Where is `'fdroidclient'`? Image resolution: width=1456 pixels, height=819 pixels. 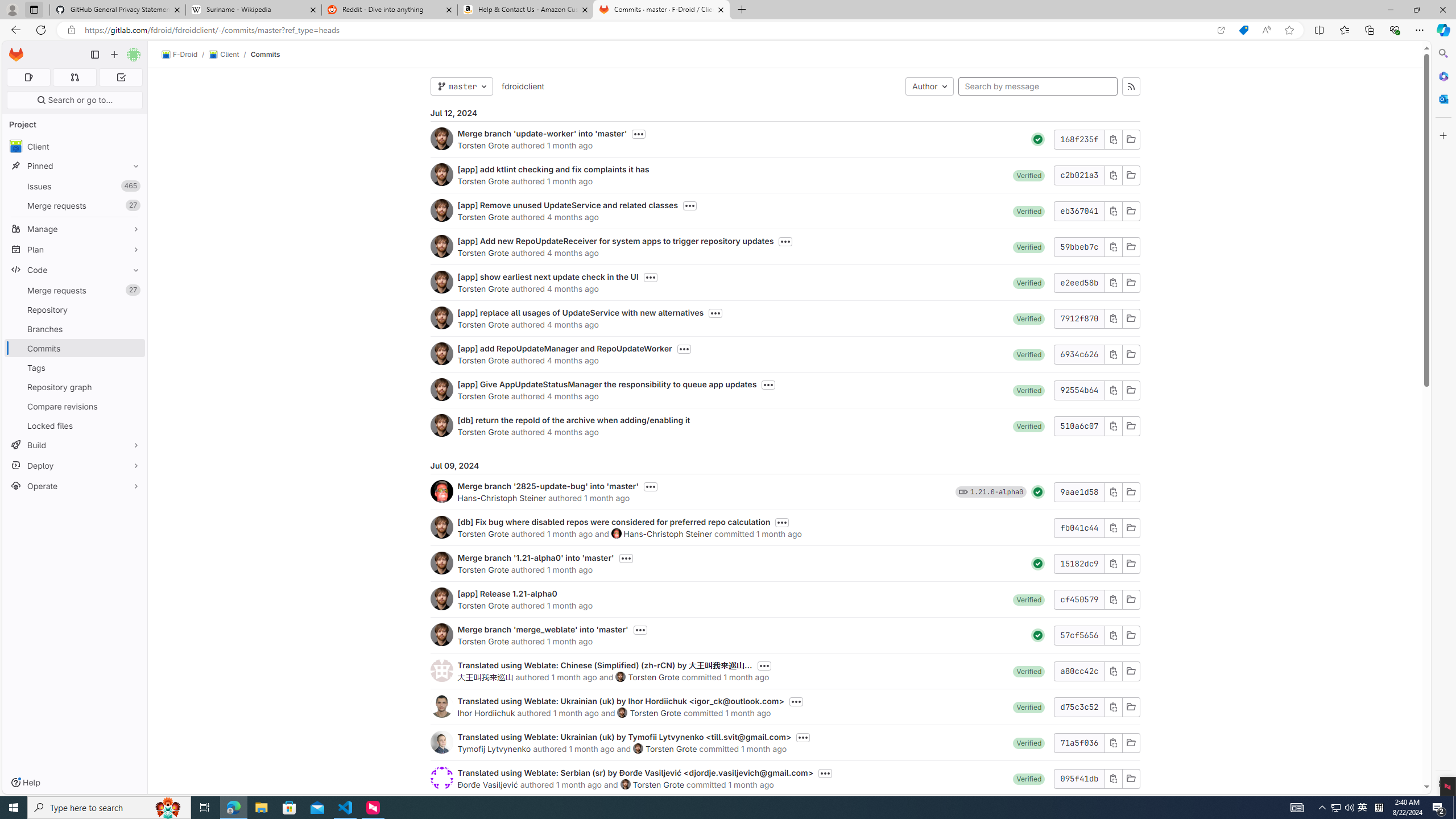 'fdroidclient' is located at coordinates (522, 85).